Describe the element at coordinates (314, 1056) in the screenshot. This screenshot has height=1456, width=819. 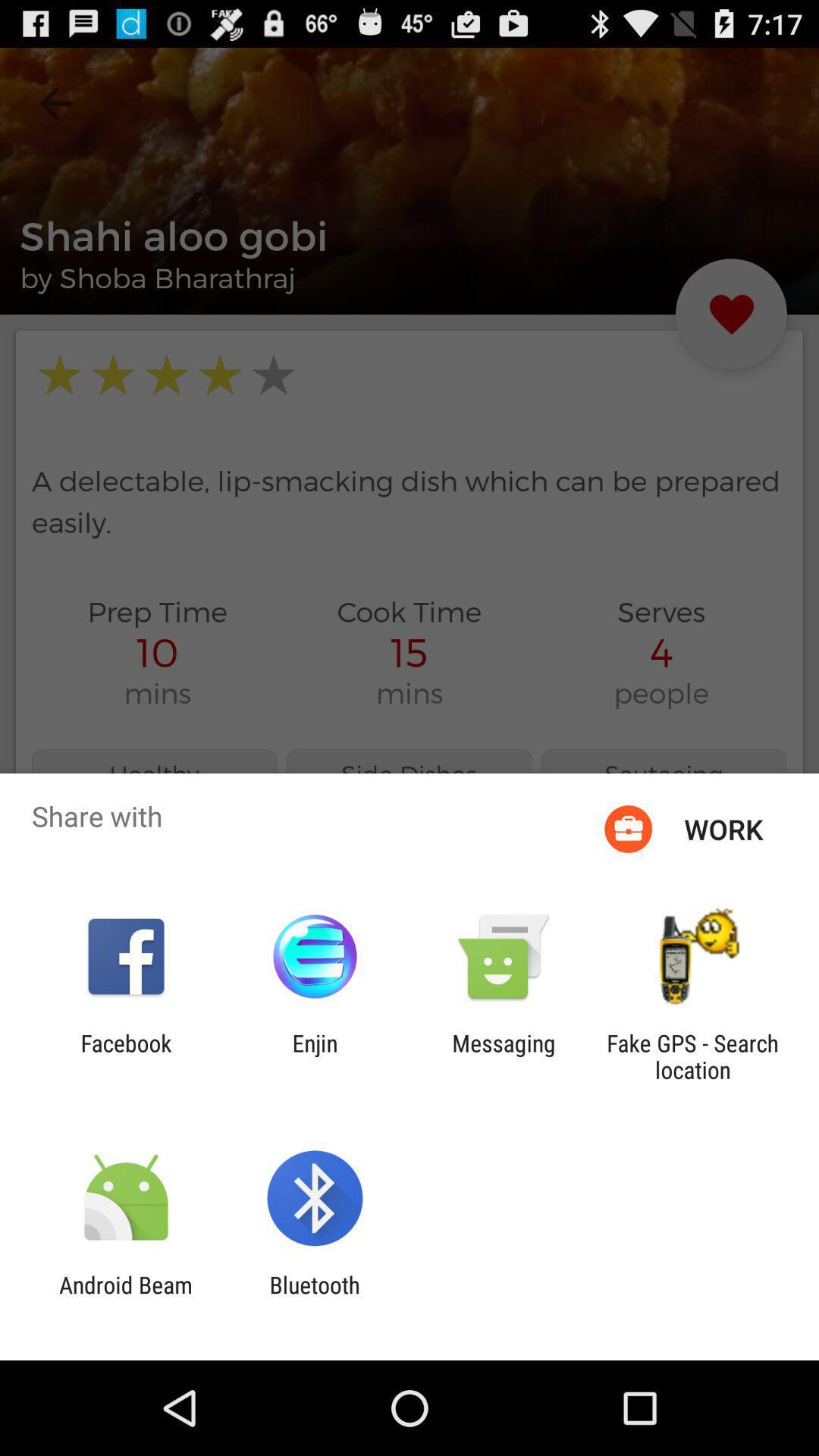
I see `the enjin icon` at that location.